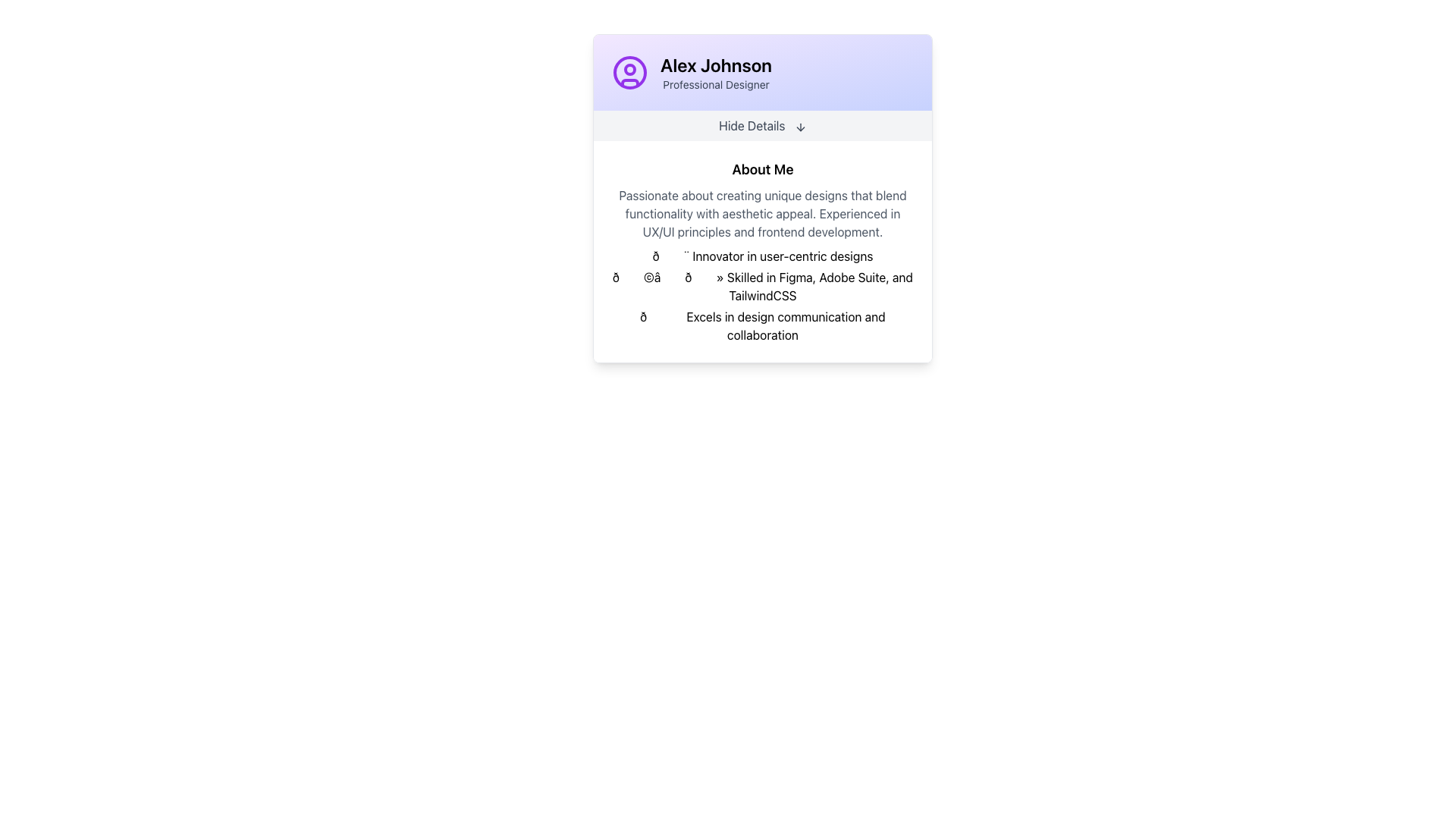 The height and width of the screenshot is (819, 1456). What do you see at coordinates (763, 213) in the screenshot?
I see `the gray paragraph of text that is located under the bold 'About Me' heading, which describes professional skills and interests` at bounding box center [763, 213].